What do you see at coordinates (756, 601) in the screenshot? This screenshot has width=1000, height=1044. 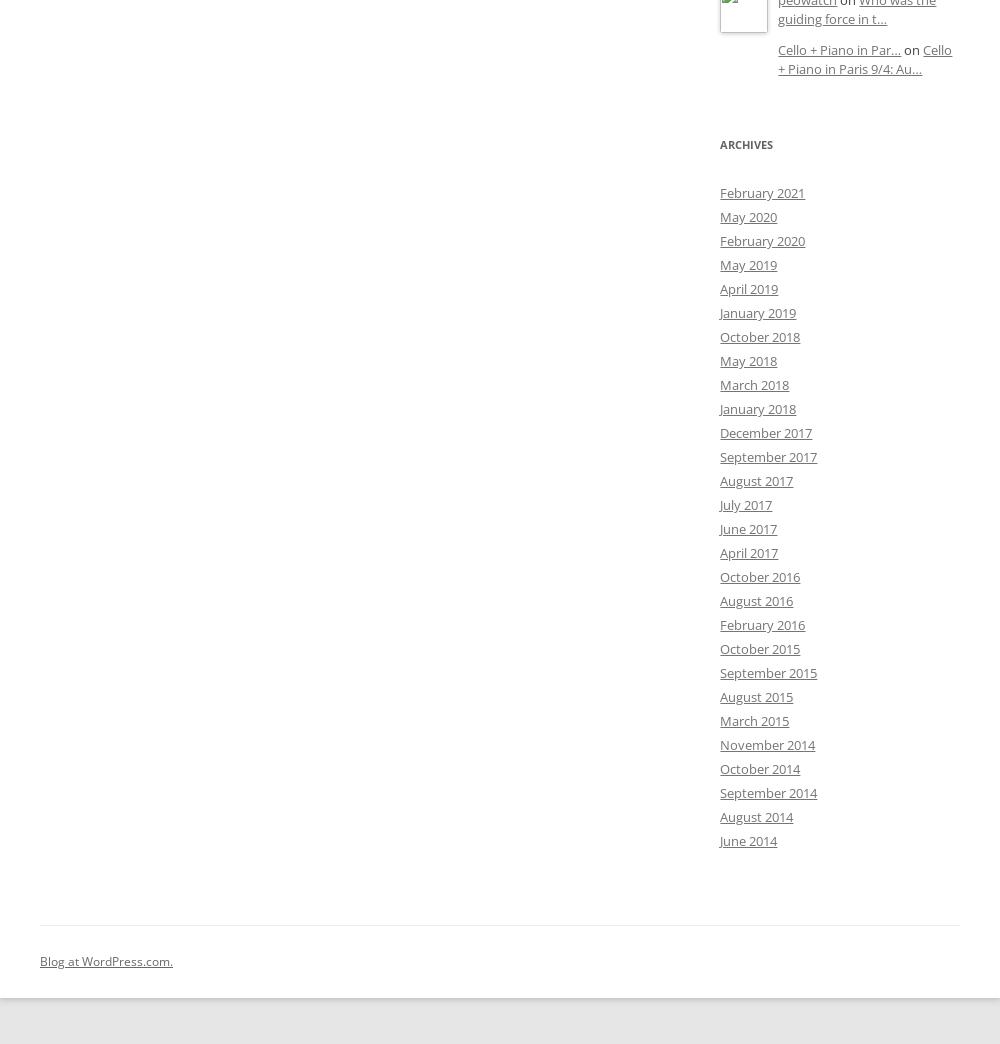 I see `'August 2016'` at bounding box center [756, 601].